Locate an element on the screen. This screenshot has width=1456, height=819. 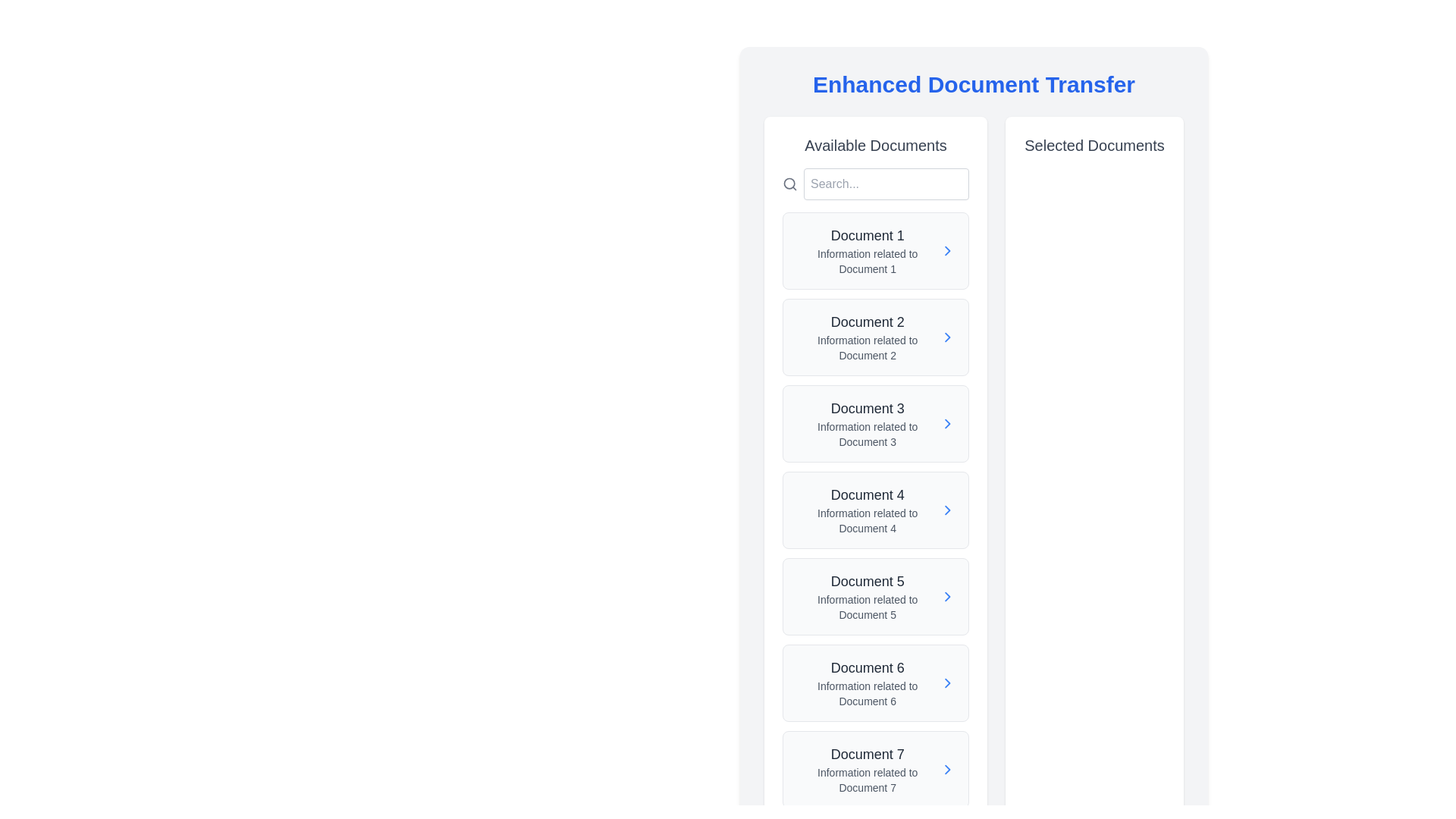
the rightward pointing navigation arrow icon next to 'Document 5' in the 'Available Documents' column is located at coordinates (946, 595).